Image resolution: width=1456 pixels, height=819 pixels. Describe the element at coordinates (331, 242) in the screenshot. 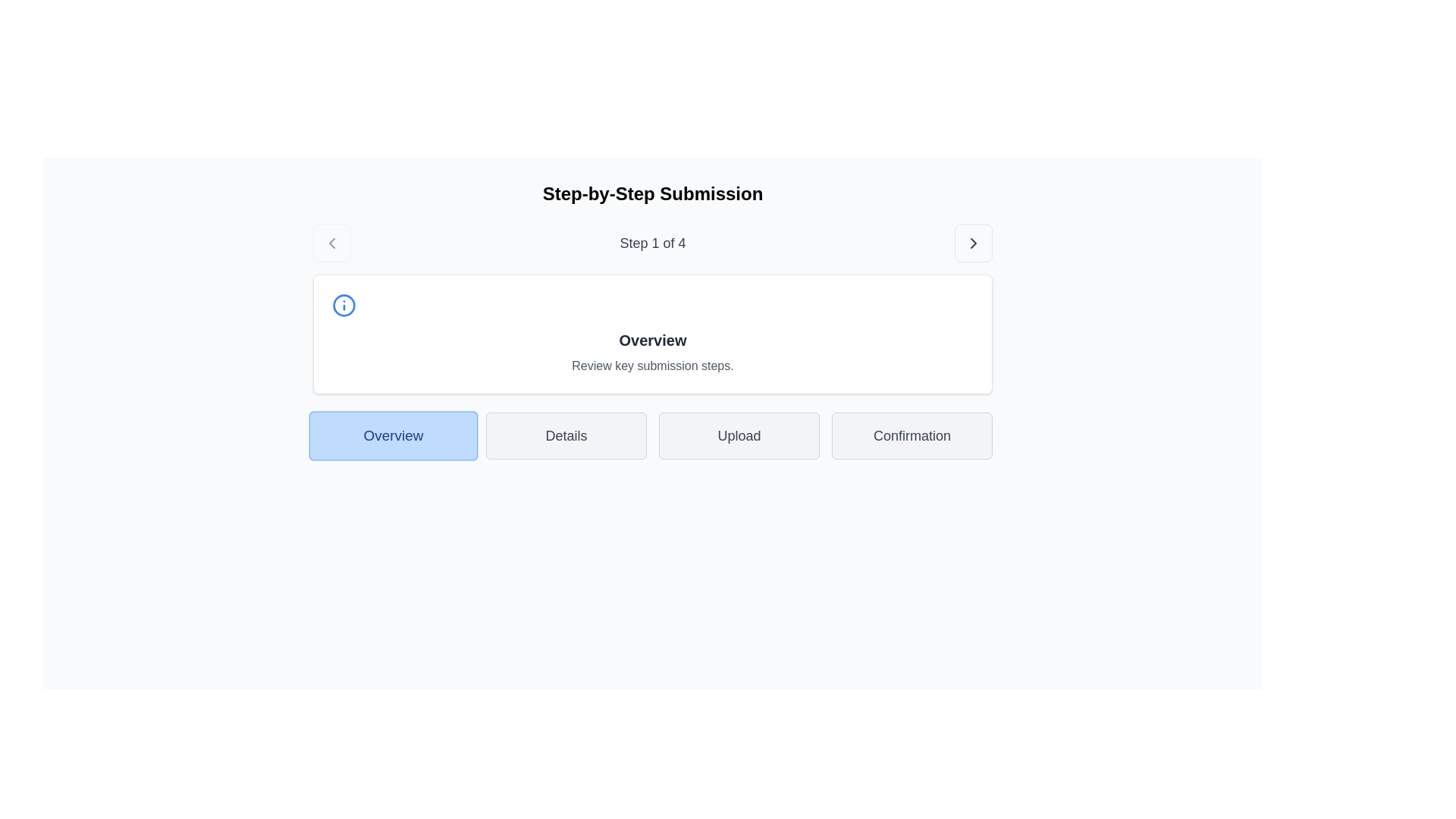

I see `the left-pointing chevron icon located at the top-left corner of the interface to trigger a tooltip or highlight` at that location.